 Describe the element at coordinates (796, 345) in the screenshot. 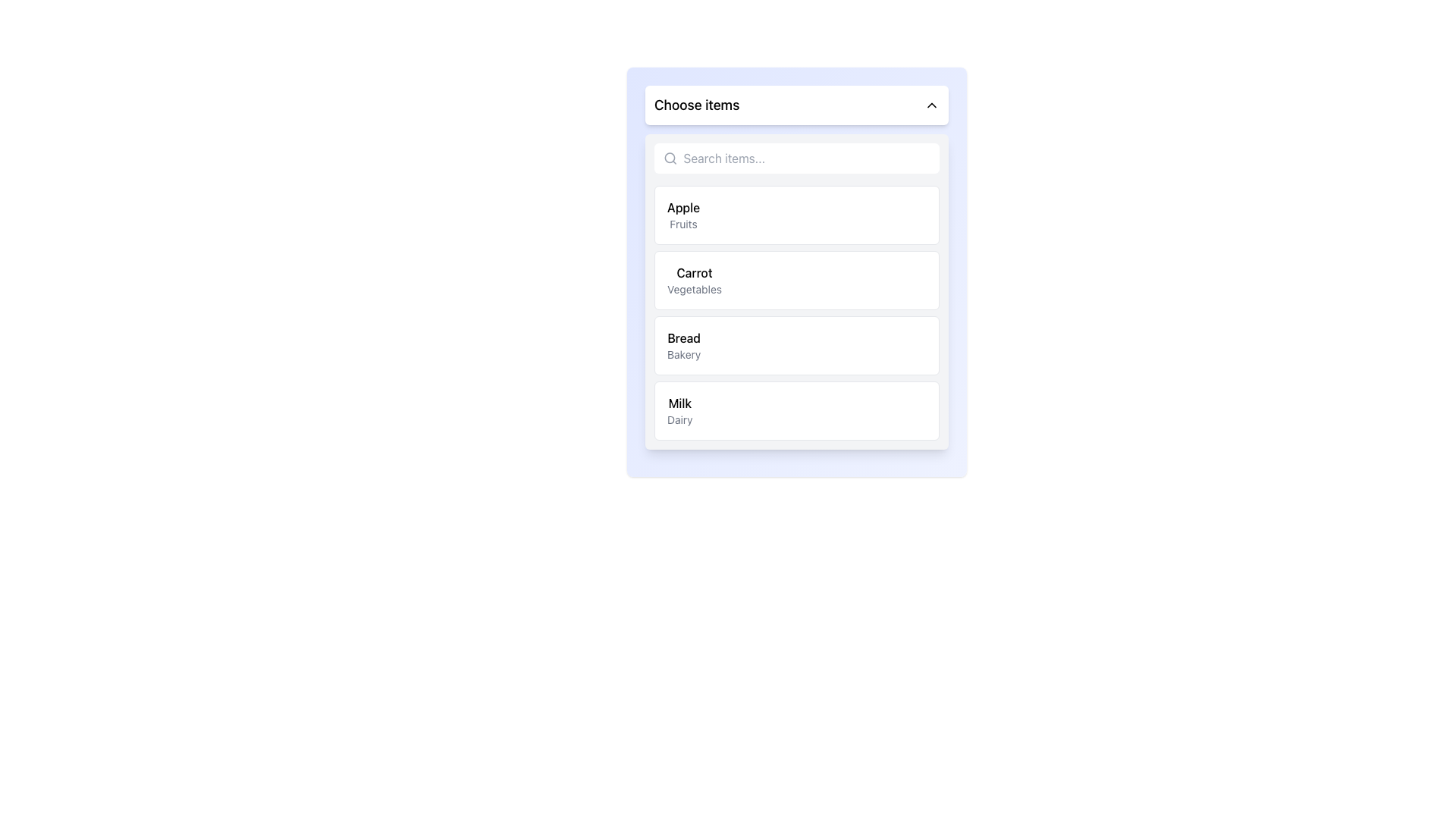

I see `the 'Bread Bakery' option in the list` at that location.